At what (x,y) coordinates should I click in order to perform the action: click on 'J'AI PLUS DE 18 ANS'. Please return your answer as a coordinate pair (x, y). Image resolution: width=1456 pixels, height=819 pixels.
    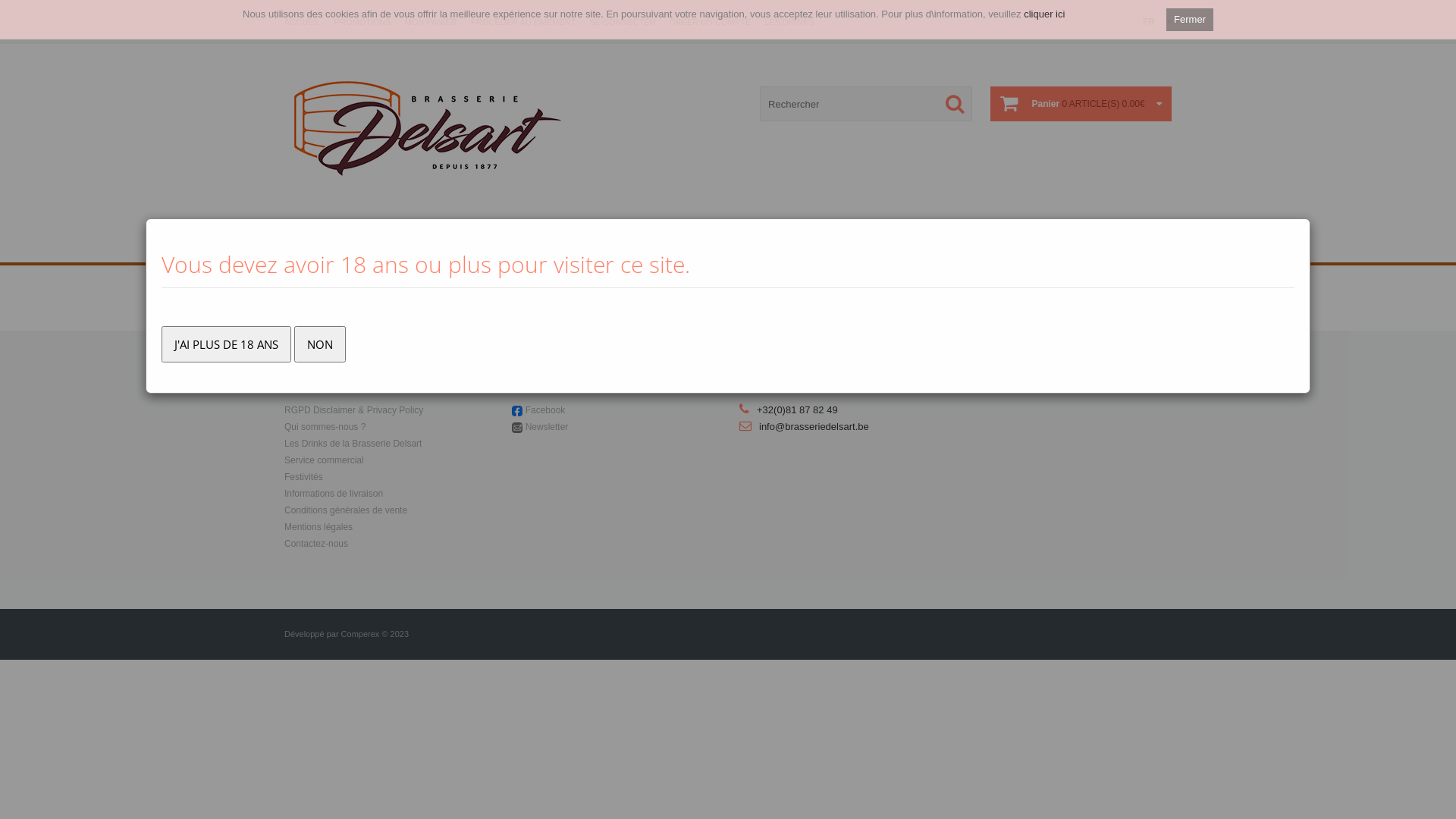
    Looking at the image, I should click on (225, 344).